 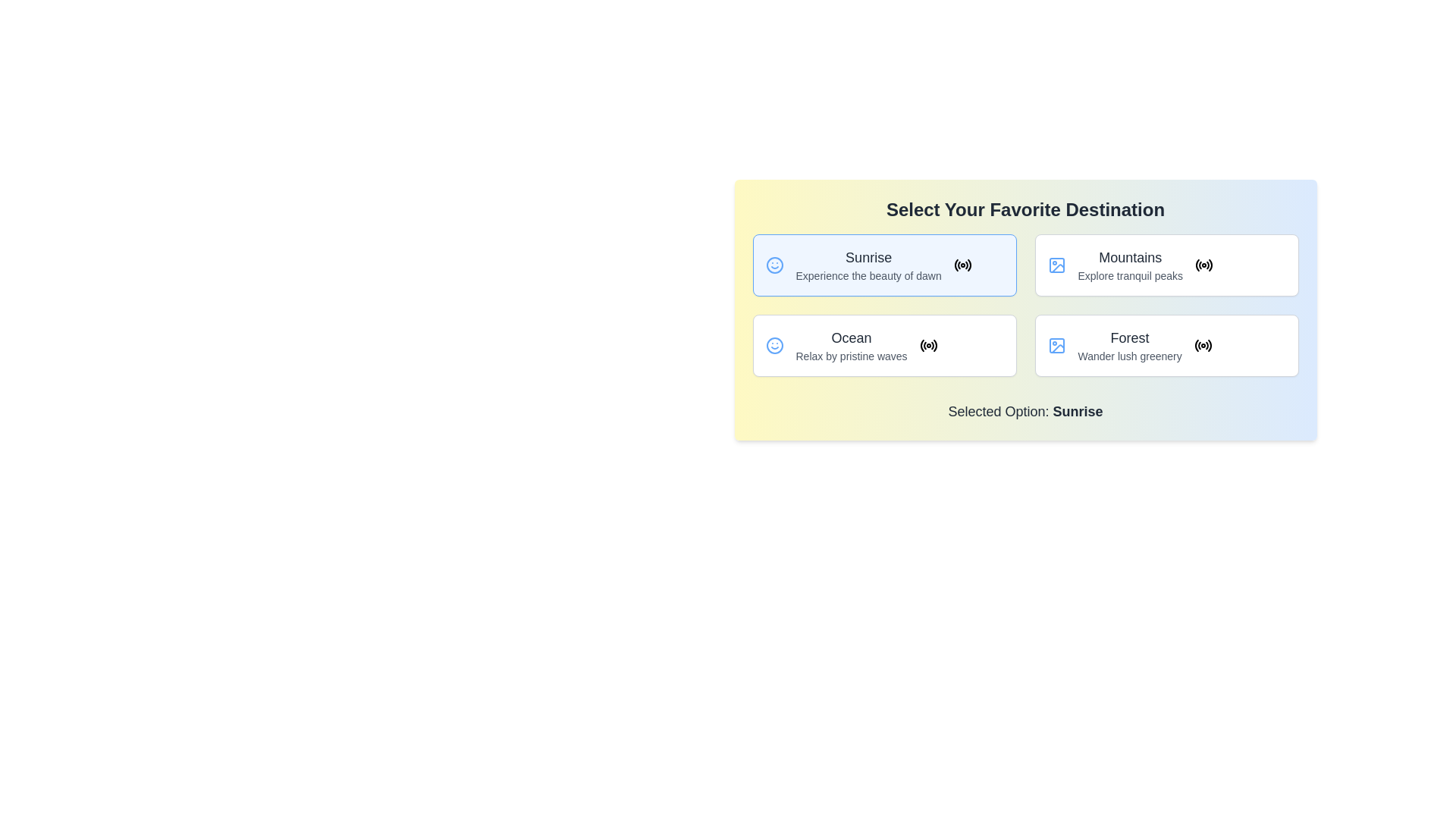 I want to click on the 'Forest' radio button to trigger a tooltip or visual effect, which indicates its selection status, so click(x=1202, y=345).